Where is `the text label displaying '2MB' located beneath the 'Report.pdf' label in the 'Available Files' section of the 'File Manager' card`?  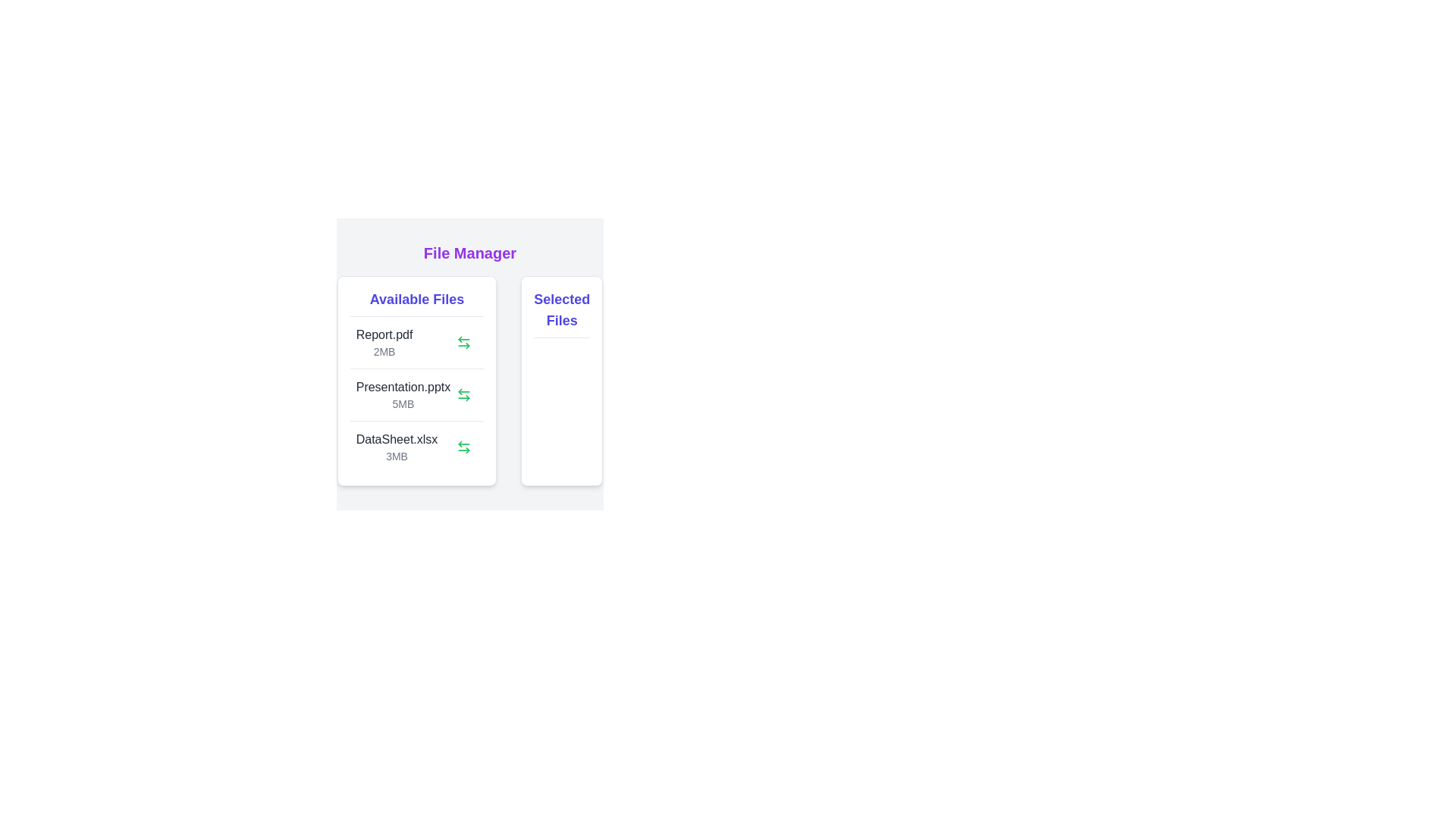
the text label displaying '2MB' located beneath the 'Report.pdf' label in the 'Available Files' section of the 'File Manager' card is located at coordinates (384, 351).